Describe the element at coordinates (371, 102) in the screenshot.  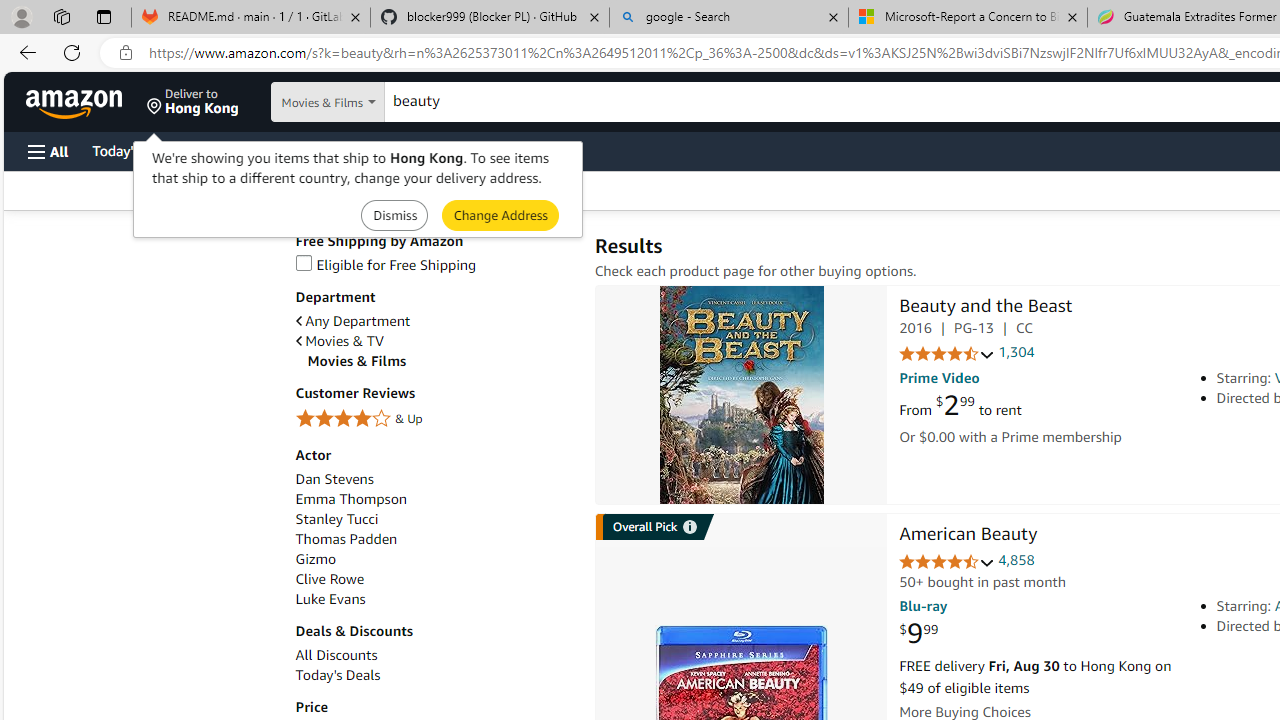
I see `'Search in'` at that location.